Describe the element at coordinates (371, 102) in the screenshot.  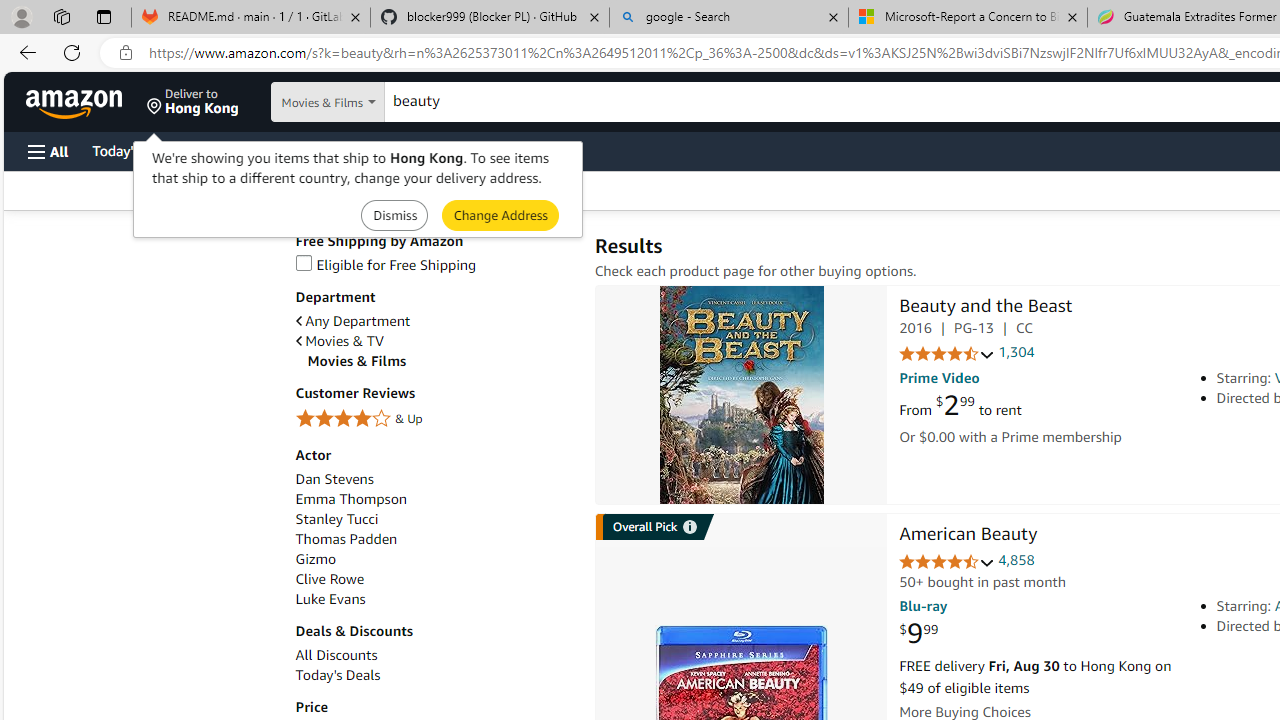
I see `'Search in'` at that location.